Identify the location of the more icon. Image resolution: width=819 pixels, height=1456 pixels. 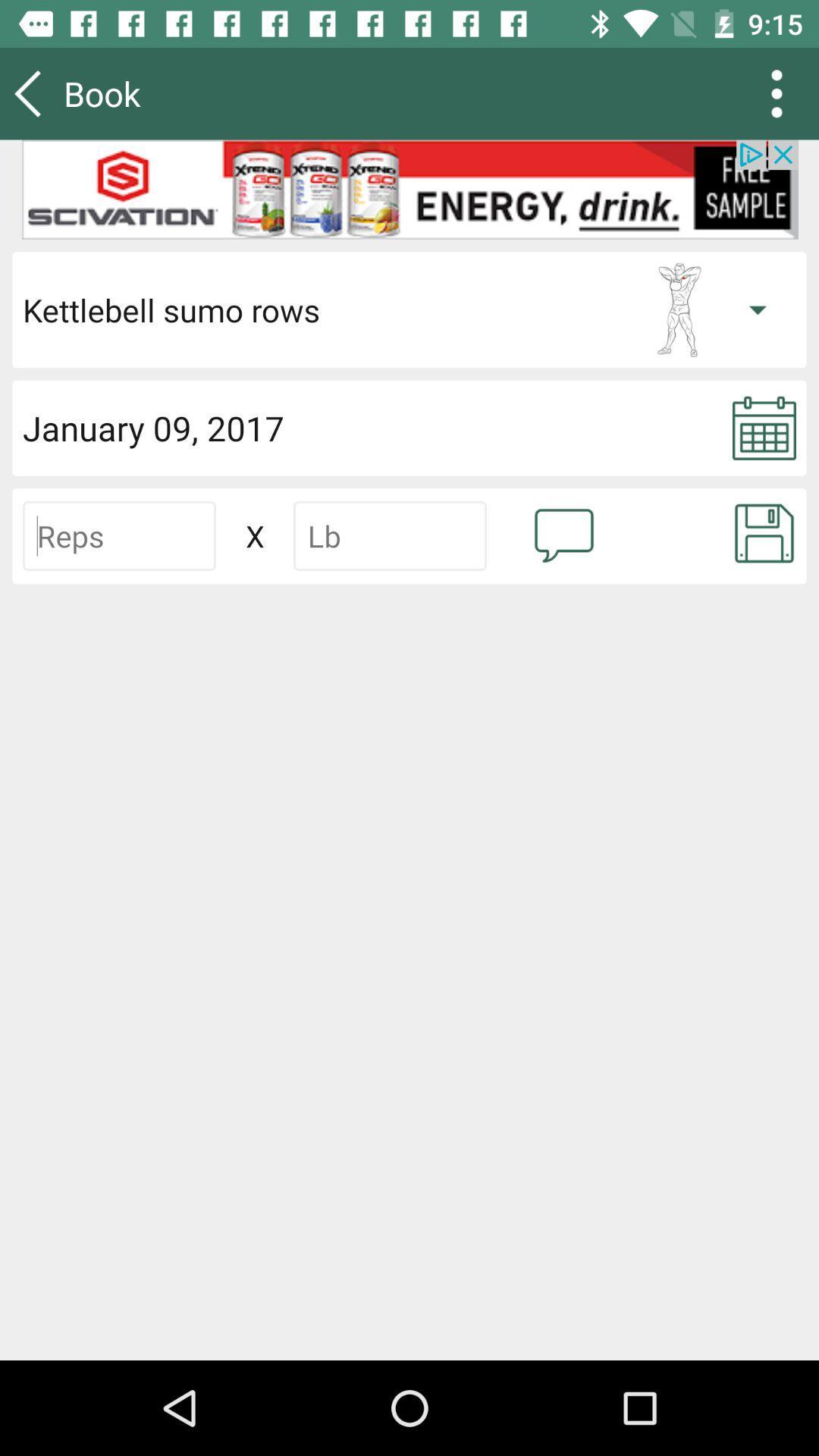
(782, 93).